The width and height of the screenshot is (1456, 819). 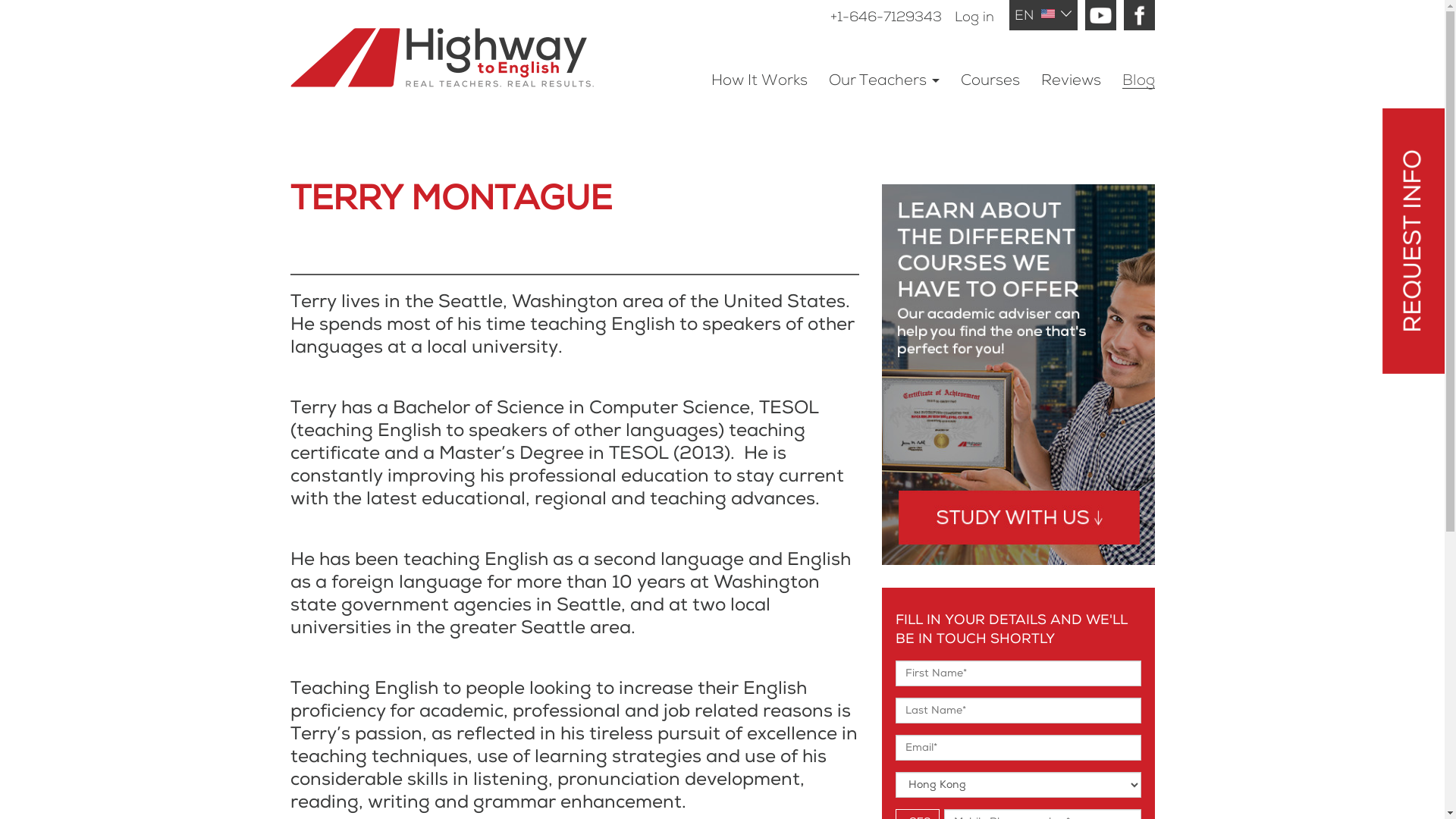 I want to click on 'HighwayToEnglish homepage', so click(x=462, y=42).